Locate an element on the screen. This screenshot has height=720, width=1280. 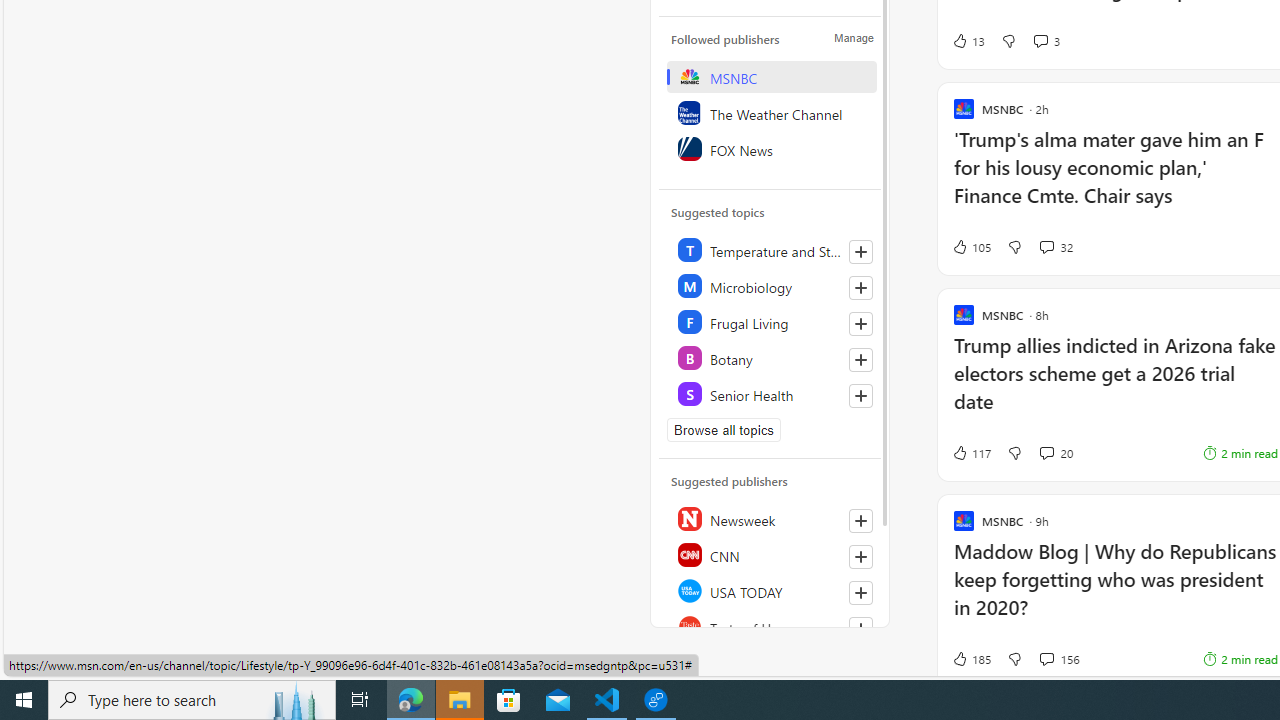
'13 Like' is located at coordinates (968, 41).